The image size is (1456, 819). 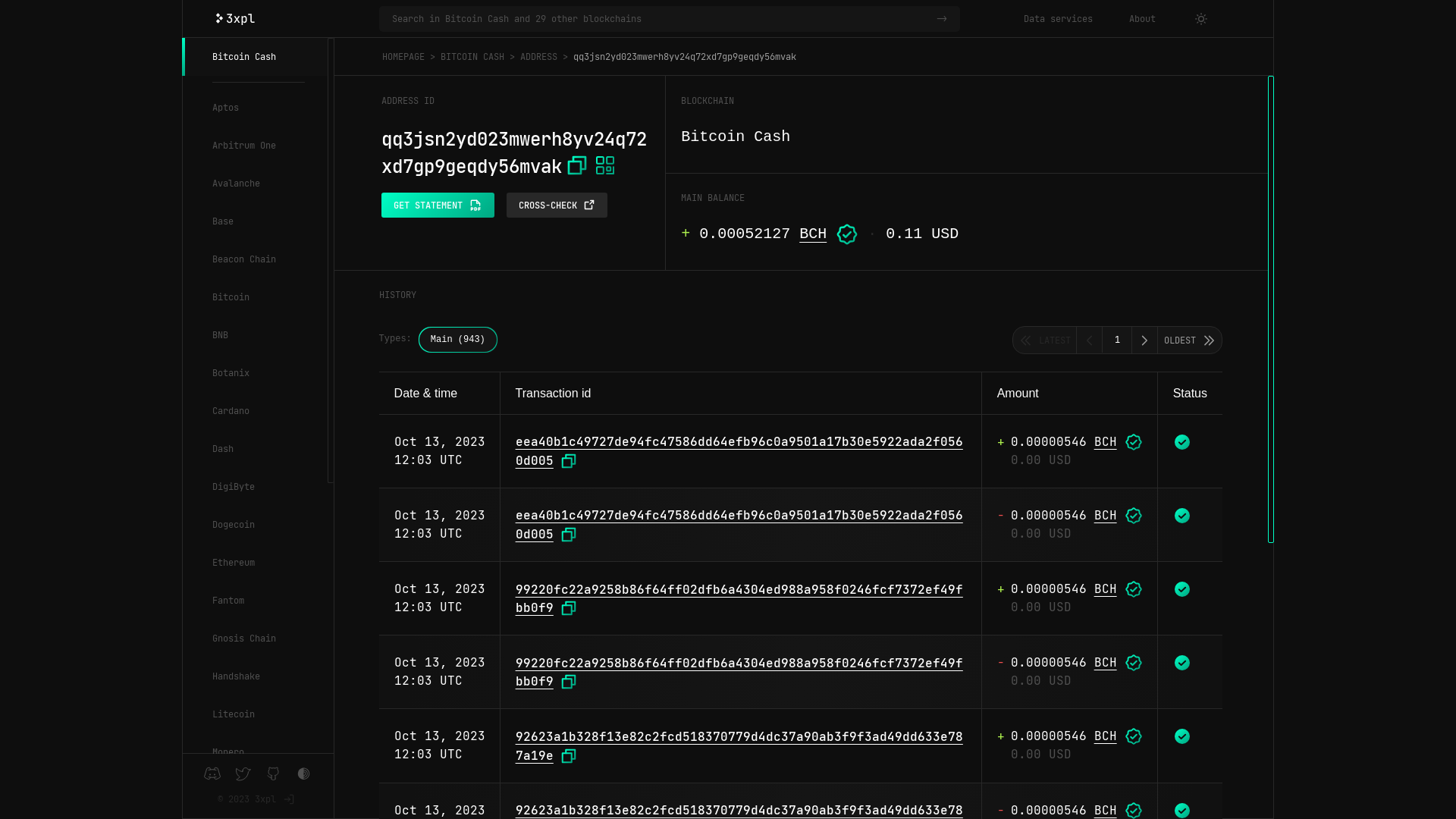 What do you see at coordinates (255, 146) in the screenshot?
I see `'Arbitrum One'` at bounding box center [255, 146].